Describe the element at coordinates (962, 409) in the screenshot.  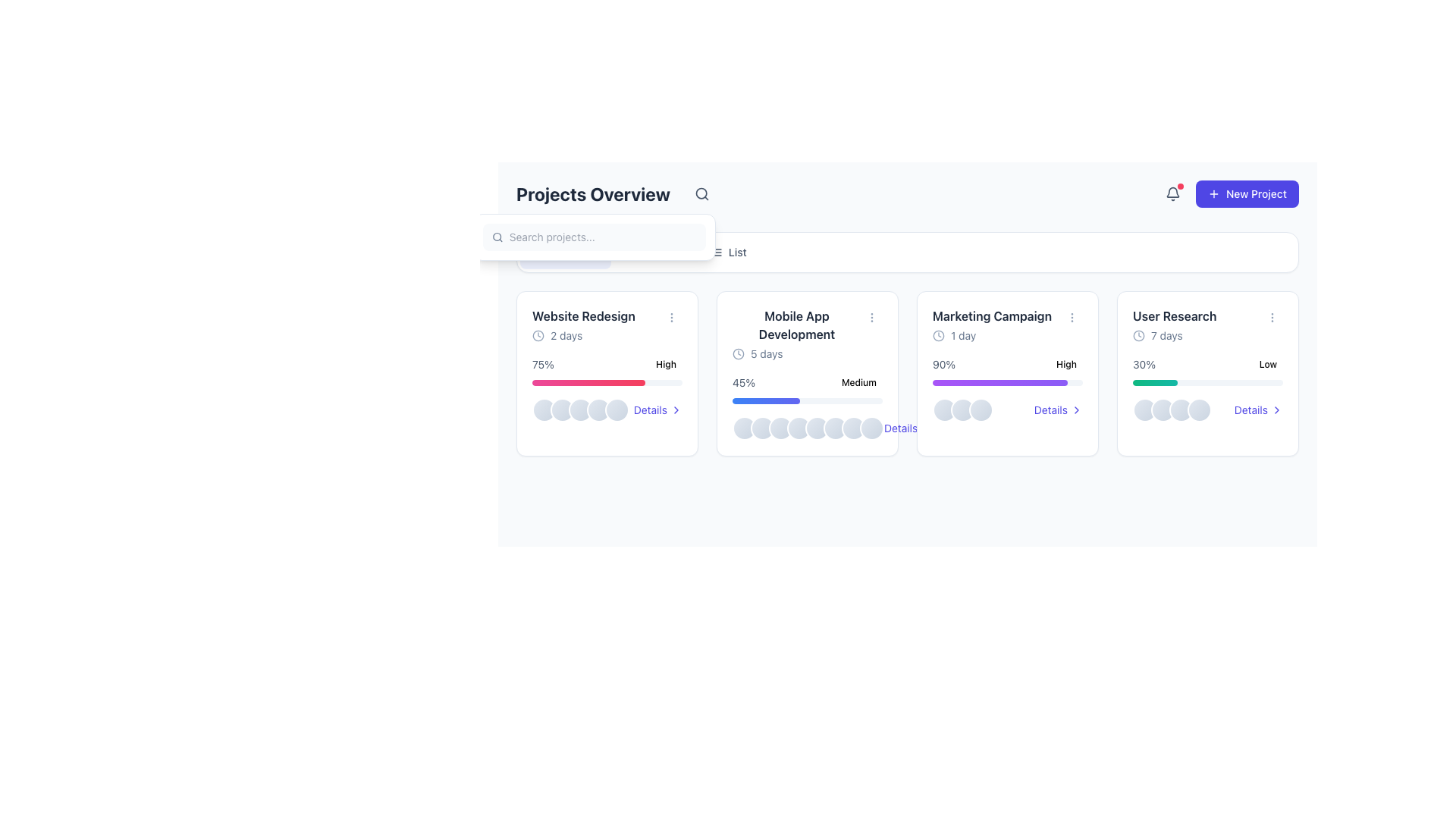
I see `the middle avatar in the Avatar group, which is visually centered among three overlapping circular icons with a gradient background and located below the '90%' progress bar in the 'Marketing Campaign' card` at that location.